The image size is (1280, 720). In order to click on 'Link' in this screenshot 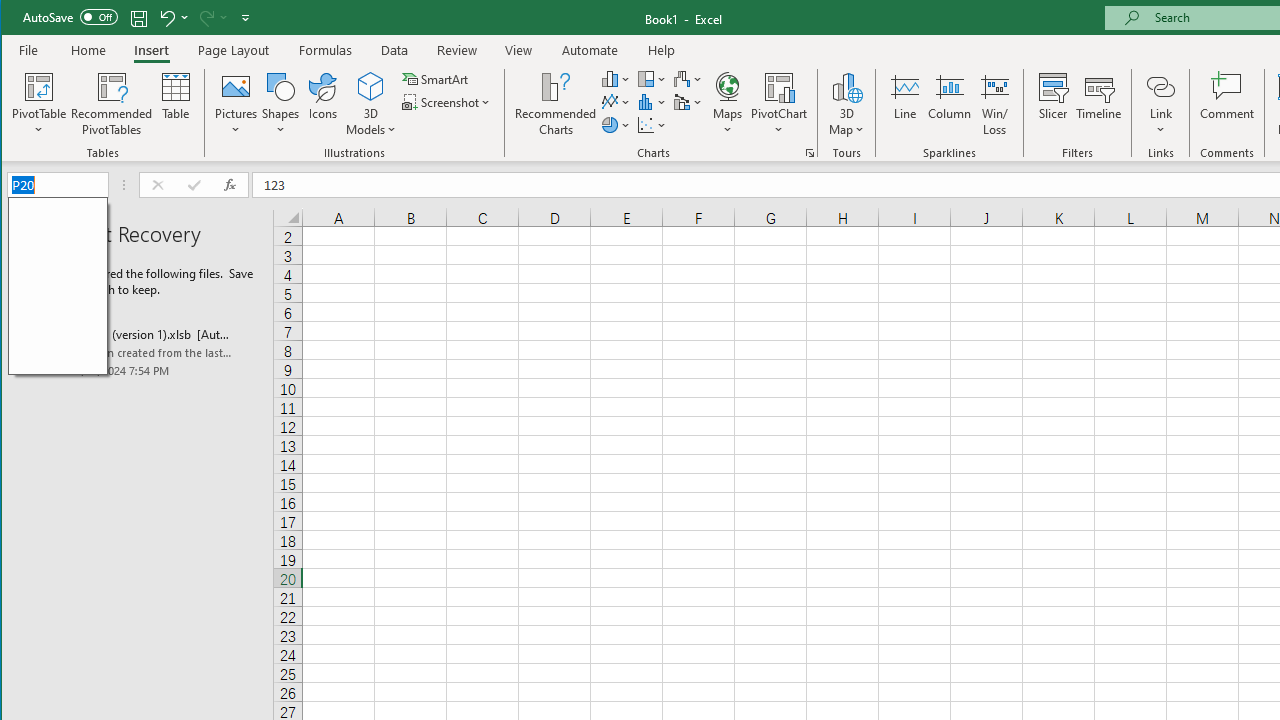, I will do `click(1160, 85)`.